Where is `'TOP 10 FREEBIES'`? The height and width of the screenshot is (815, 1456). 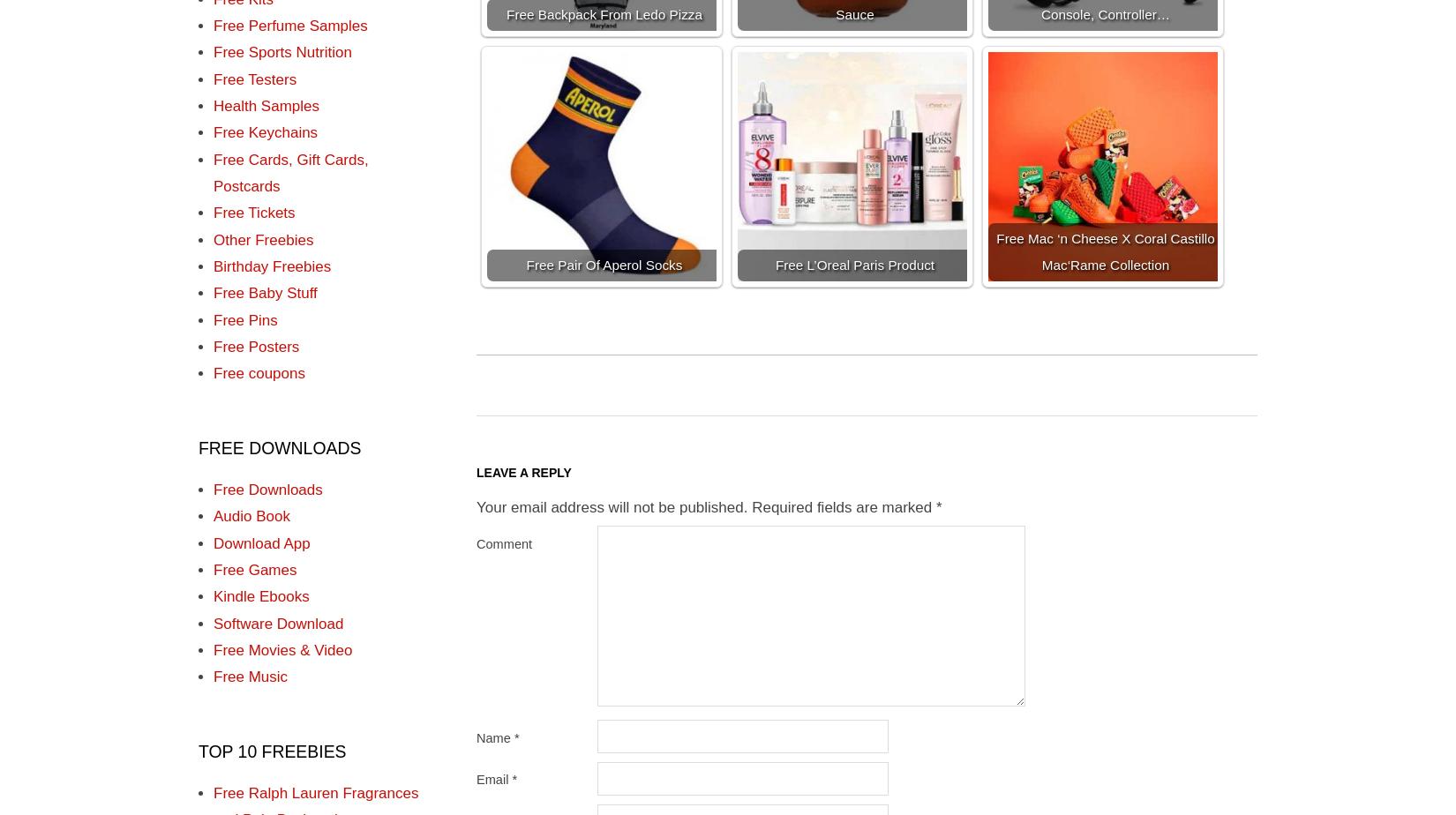 'TOP 10 FREEBIES' is located at coordinates (272, 751).